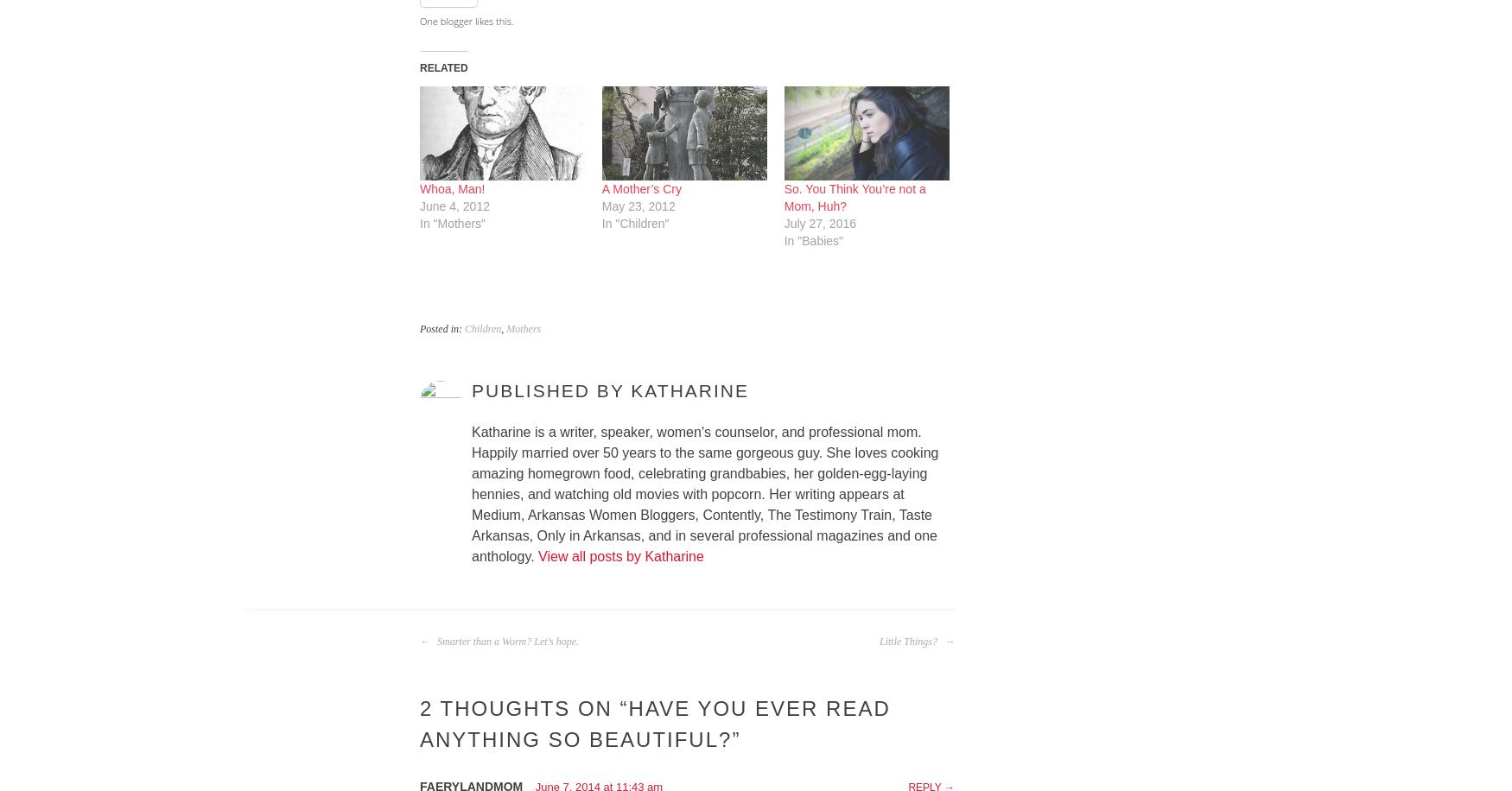  I want to click on 'Mothers', so click(506, 328).